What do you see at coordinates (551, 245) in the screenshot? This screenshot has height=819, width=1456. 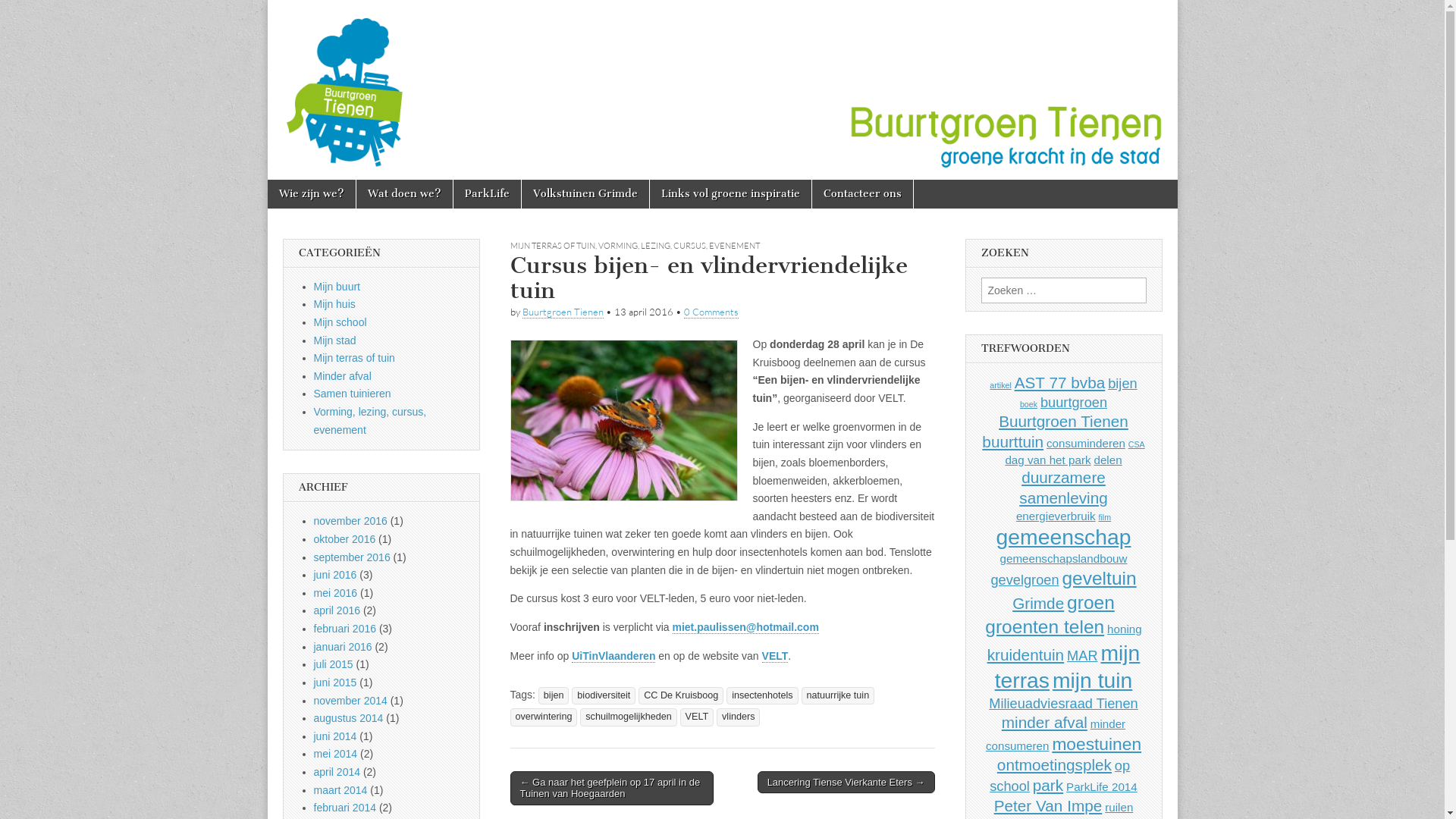 I see `'MIJN TERRAS OF TUIN'` at bounding box center [551, 245].